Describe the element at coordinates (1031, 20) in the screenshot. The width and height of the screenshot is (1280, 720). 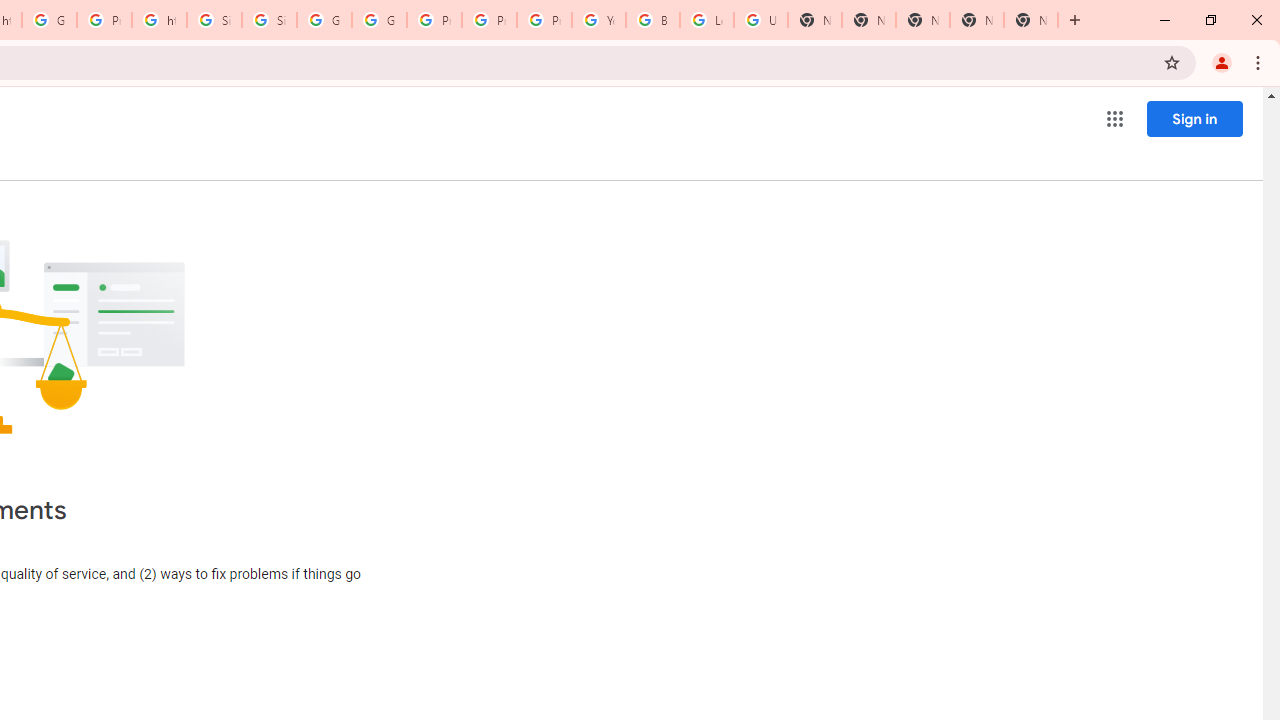
I see `'New Tab'` at that location.